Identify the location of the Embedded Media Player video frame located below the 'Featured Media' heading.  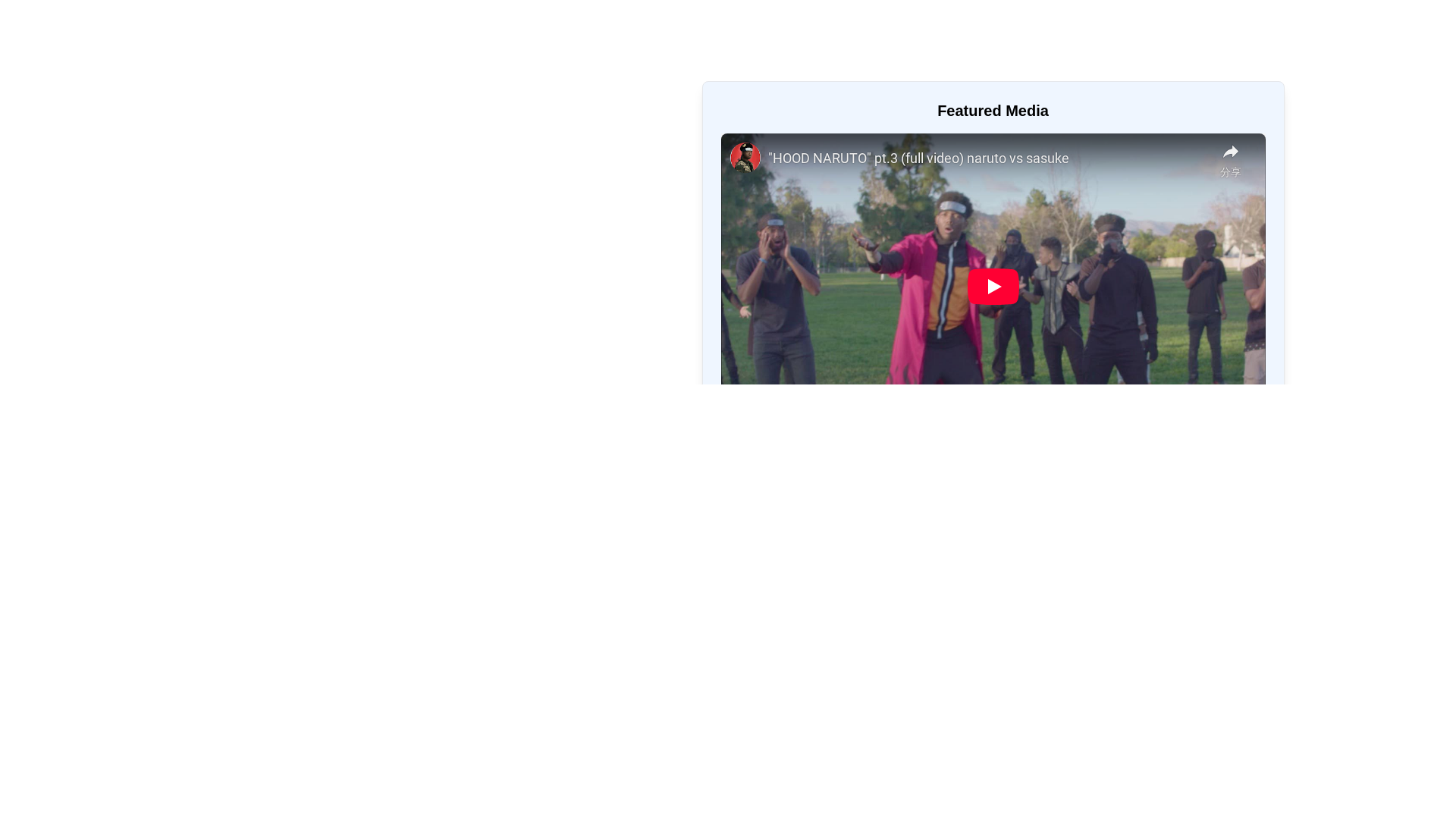
(993, 286).